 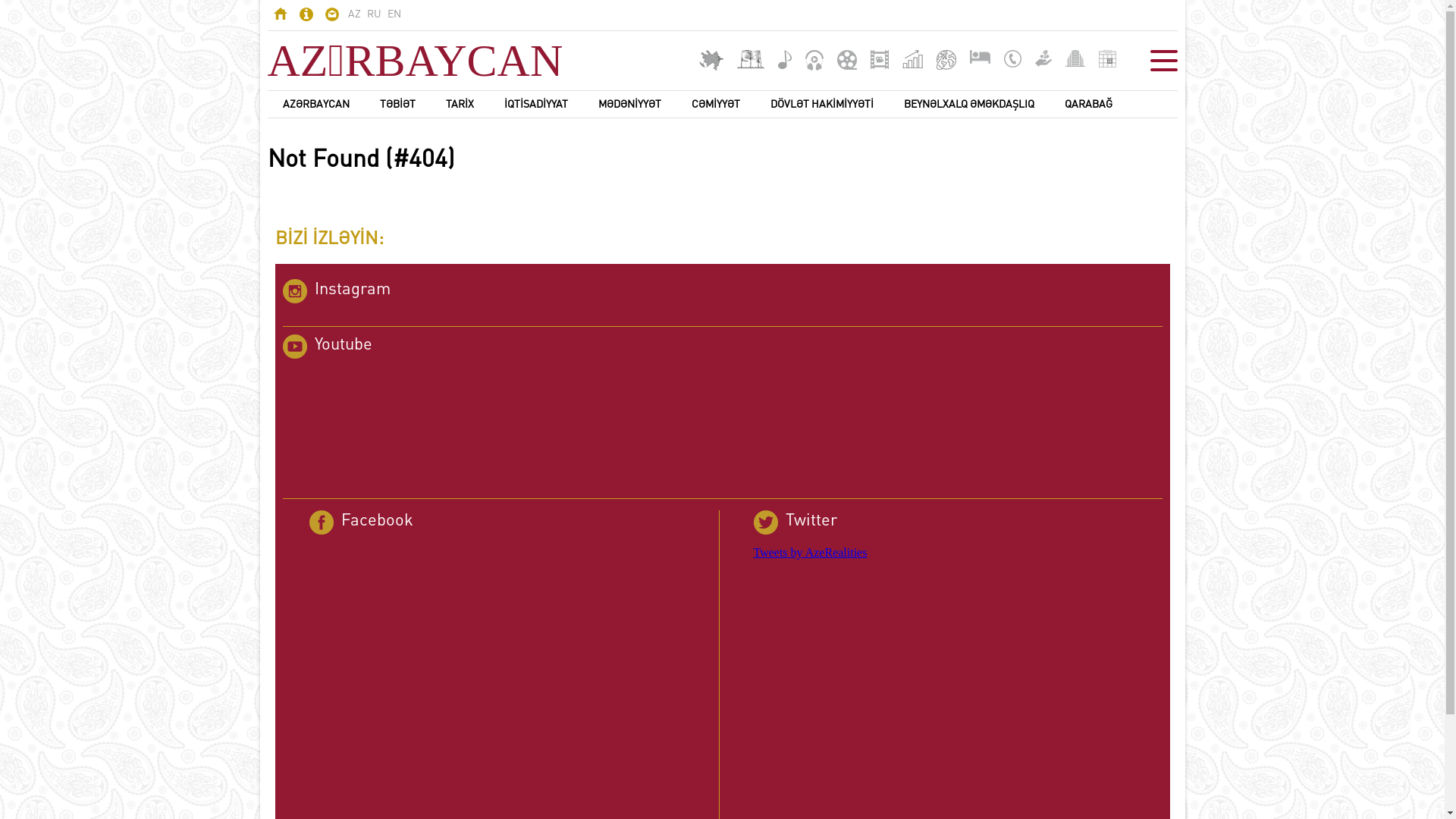 What do you see at coordinates (814, 59) in the screenshot?
I see `'Audio kitablar'` at bounding box center [814, 59].